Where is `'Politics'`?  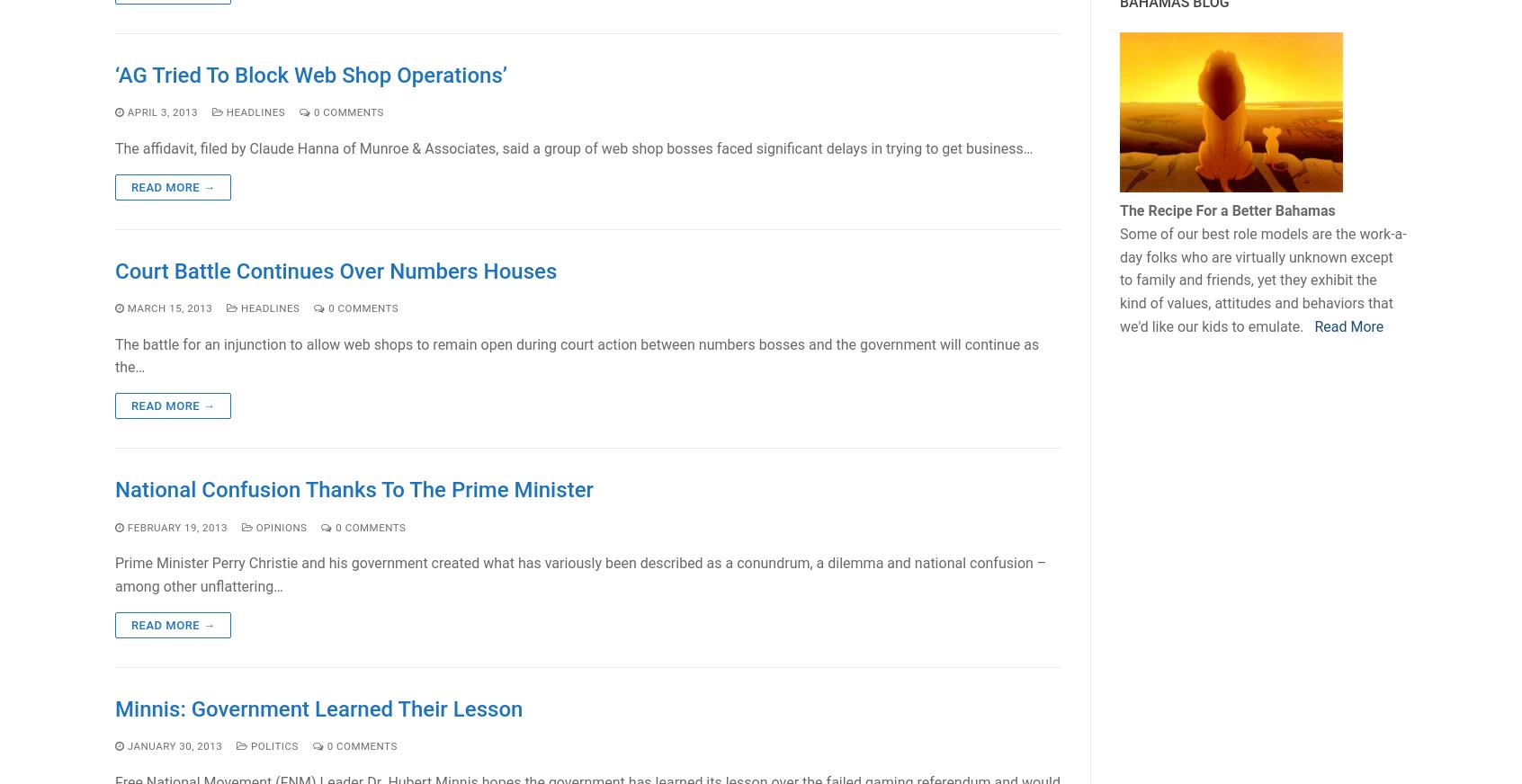 'Politics' is located at coordinates (272, 745).